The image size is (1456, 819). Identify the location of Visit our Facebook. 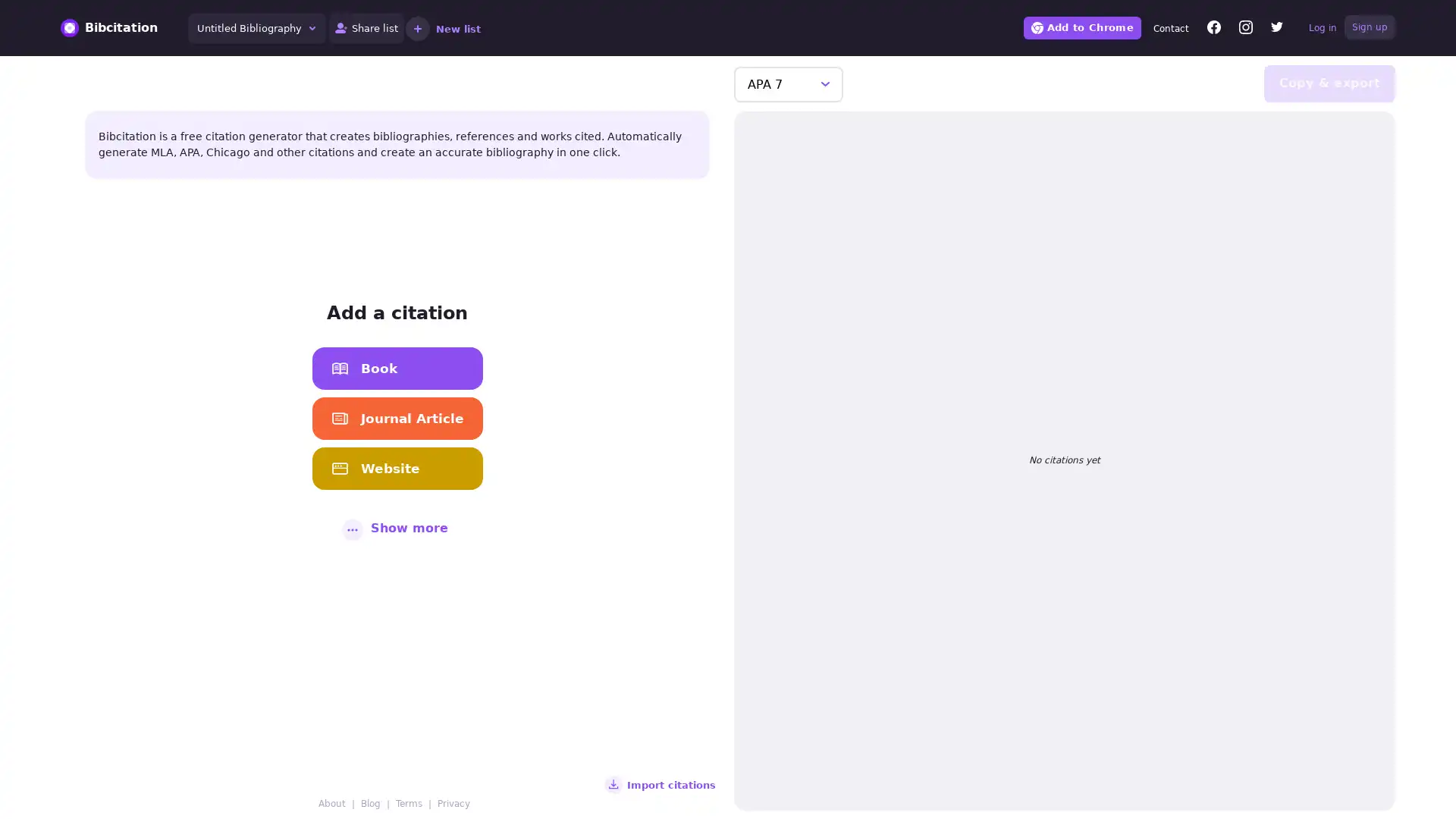
(1214, 29).